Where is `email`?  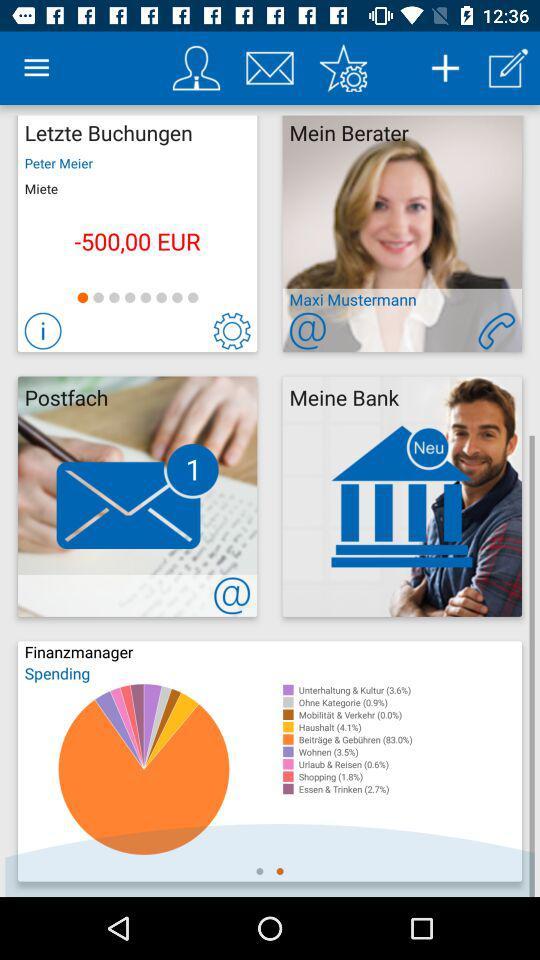 email is located at coordinates (270, 68).